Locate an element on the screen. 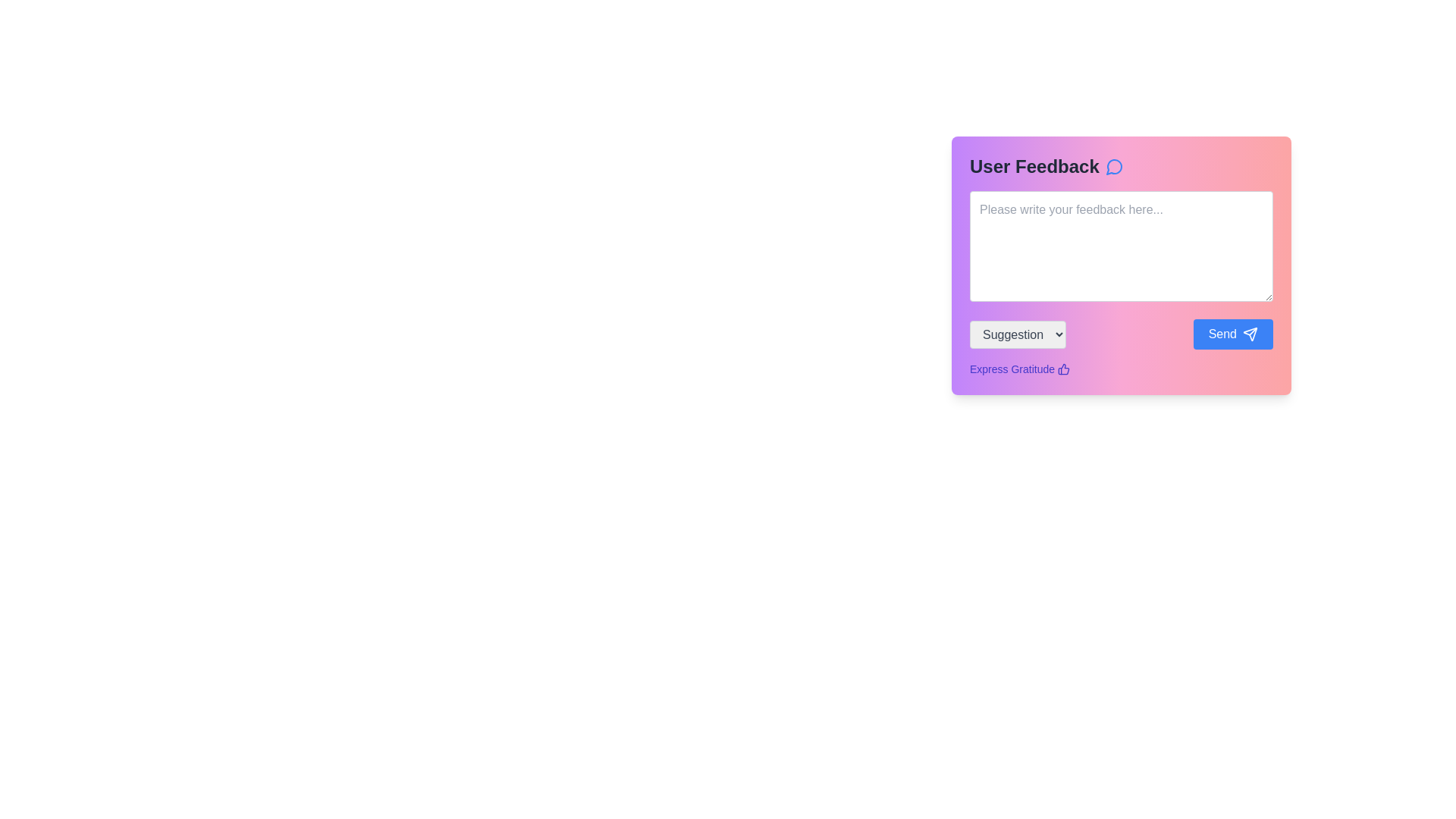 Image resolution: width=1456 pixels, height=819 pixels. the thumbs-up icon representing approval located towards the bottom-right portion of the feedback form to register approval is located at coordinates (1062, 369).